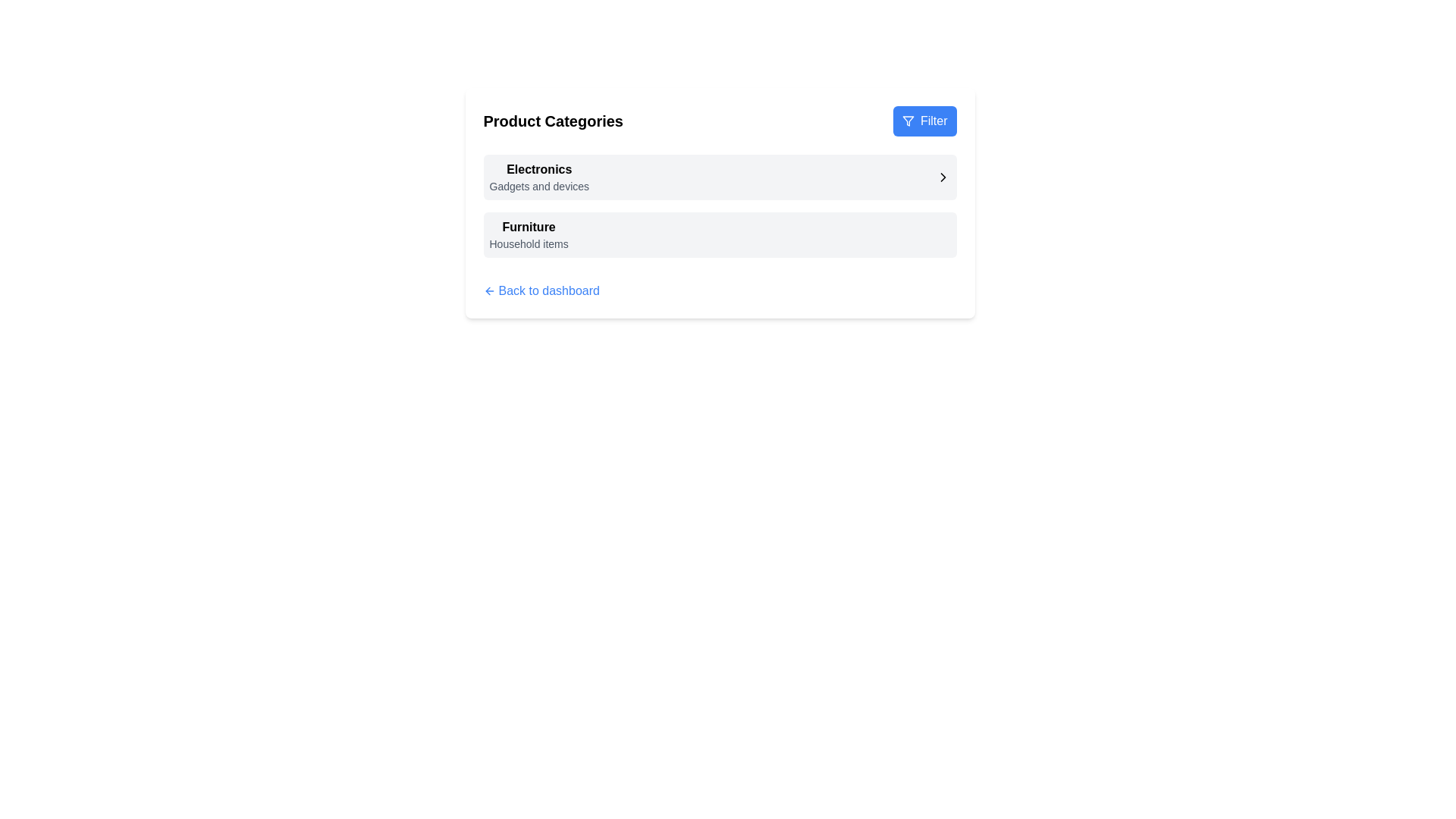  I want to click on the decorative polygon element within the 'Filter' icon located at the top-right corner of the 'Product Categories' dialog interface, so click(908, 120).